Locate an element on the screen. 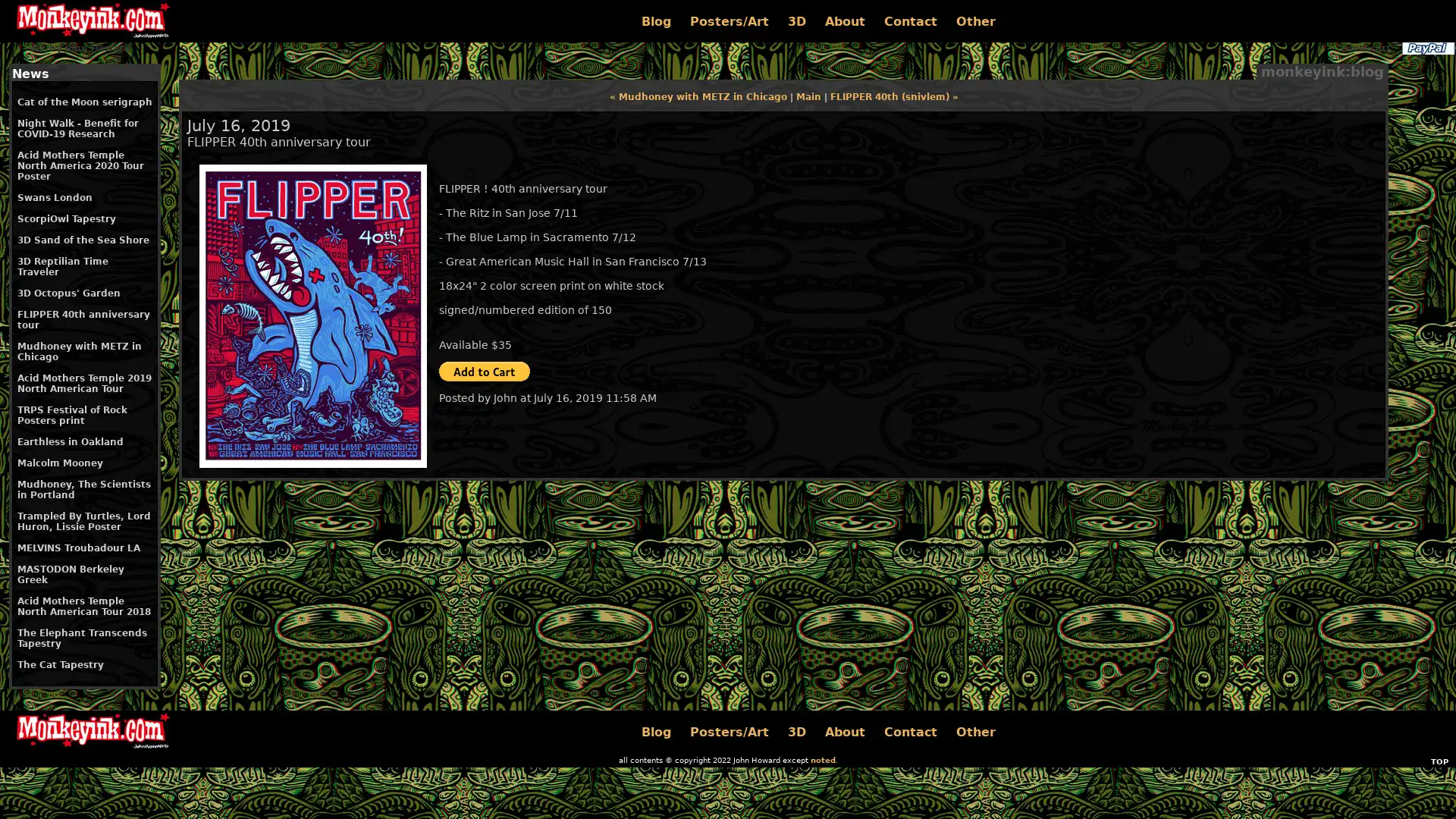  PayPal - The safer, easier way to pay online! is located at coordinates (483, 371).